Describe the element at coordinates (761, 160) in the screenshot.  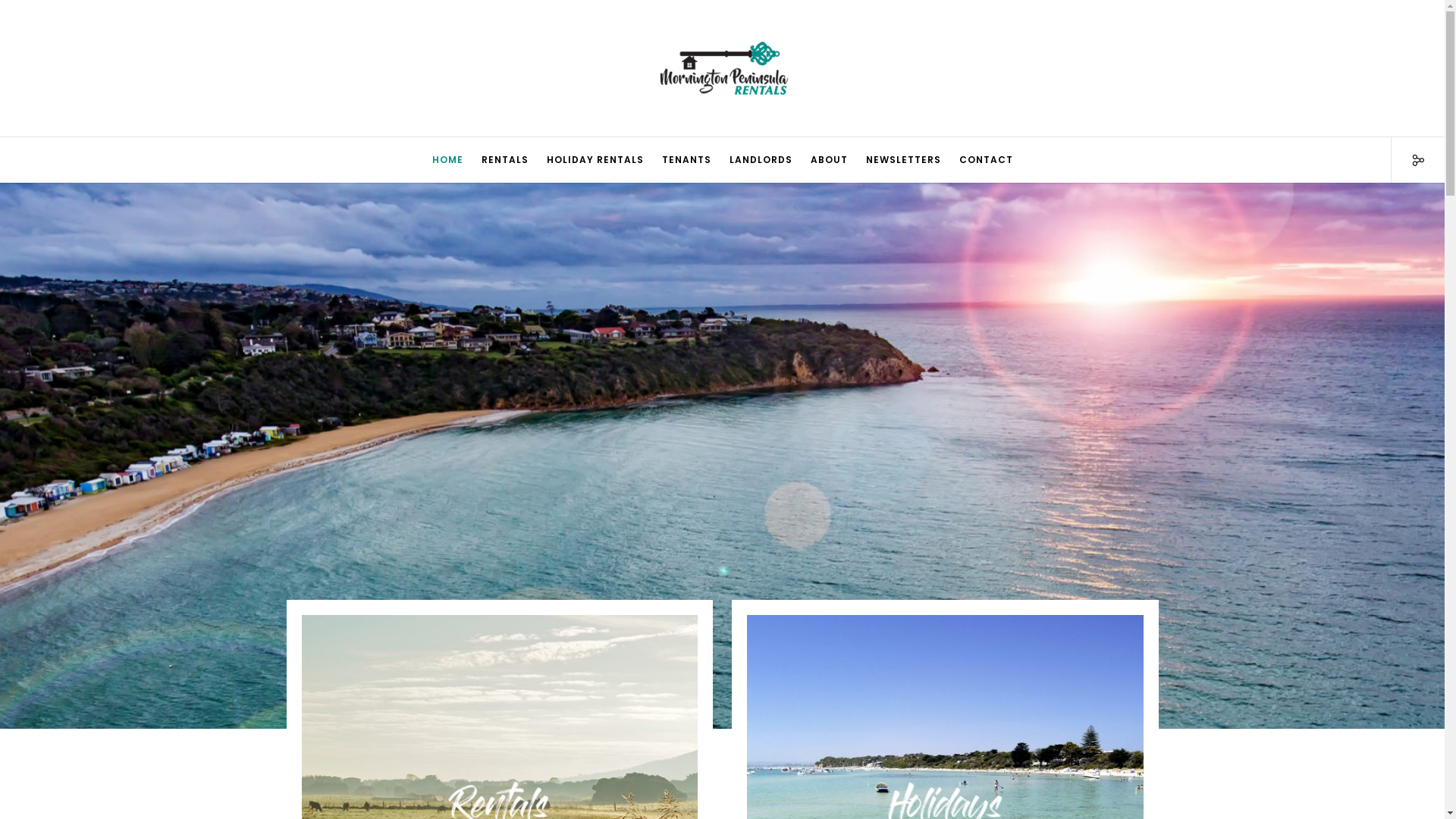
I see `'LANDLORDS'` at that location.